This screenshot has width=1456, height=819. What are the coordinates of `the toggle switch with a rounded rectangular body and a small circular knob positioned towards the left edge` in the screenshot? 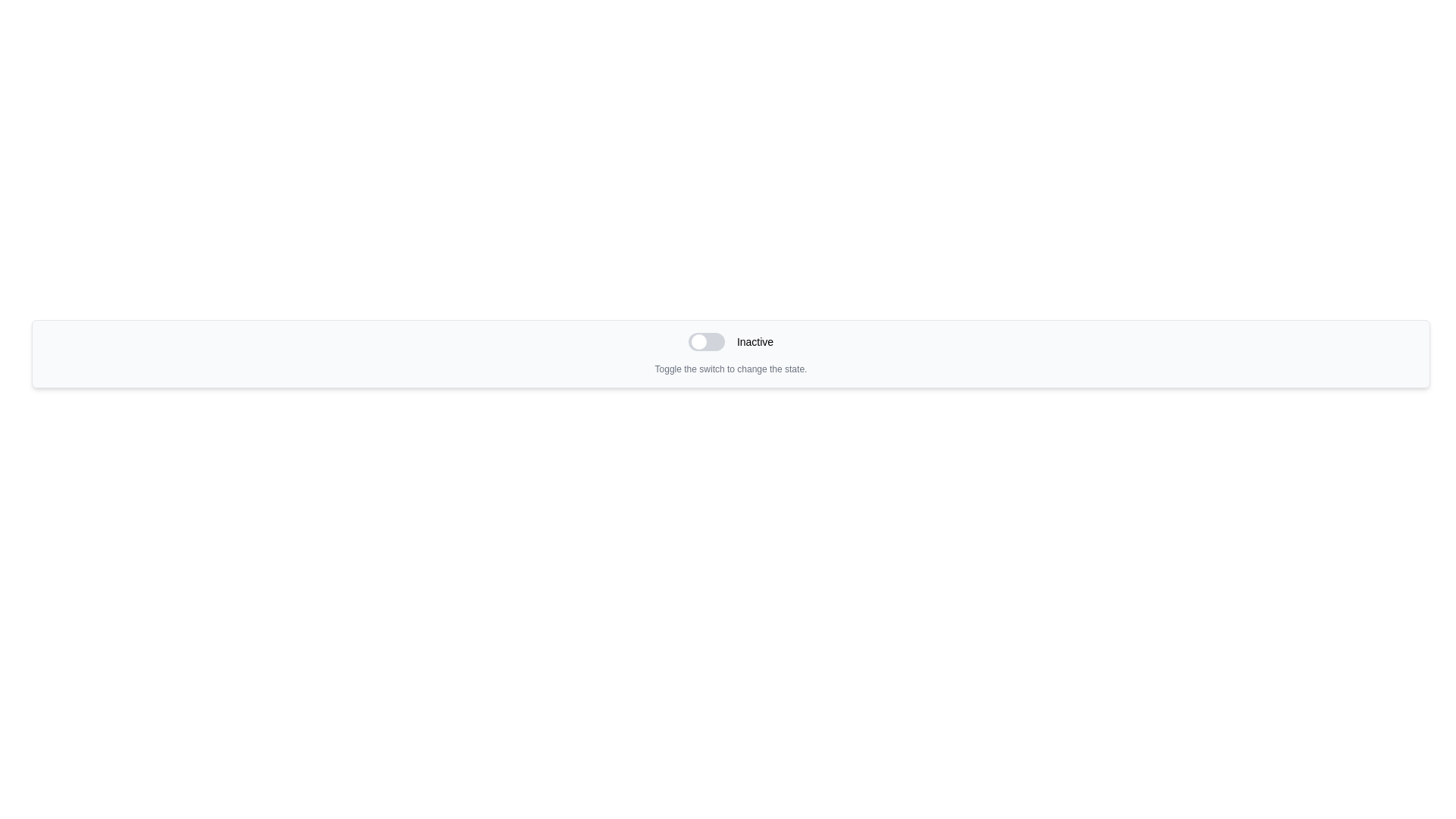 It's located at (705, 342).